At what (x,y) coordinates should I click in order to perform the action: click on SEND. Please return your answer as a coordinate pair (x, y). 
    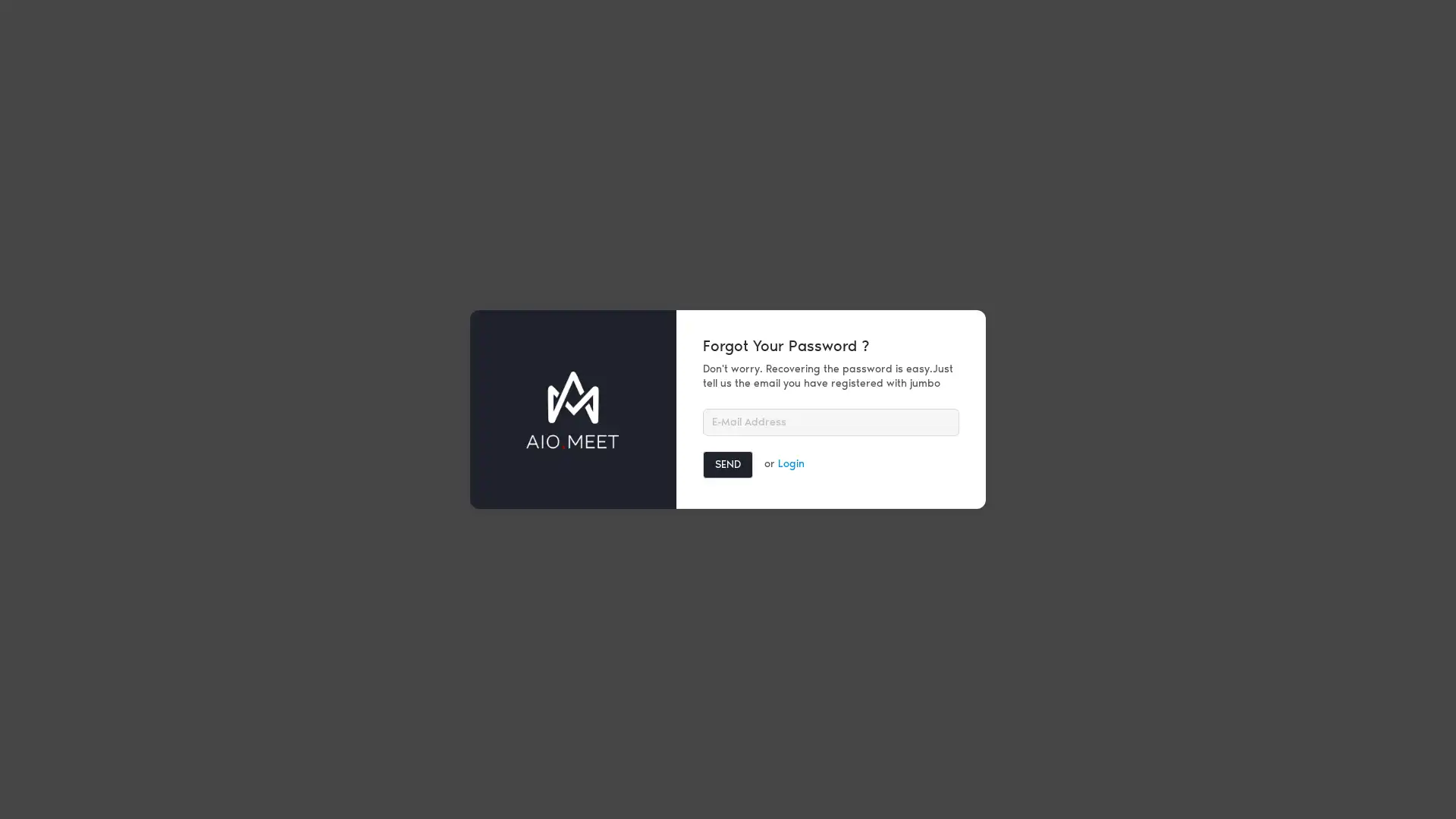
    Looking at the image, I should click on (728, 463).